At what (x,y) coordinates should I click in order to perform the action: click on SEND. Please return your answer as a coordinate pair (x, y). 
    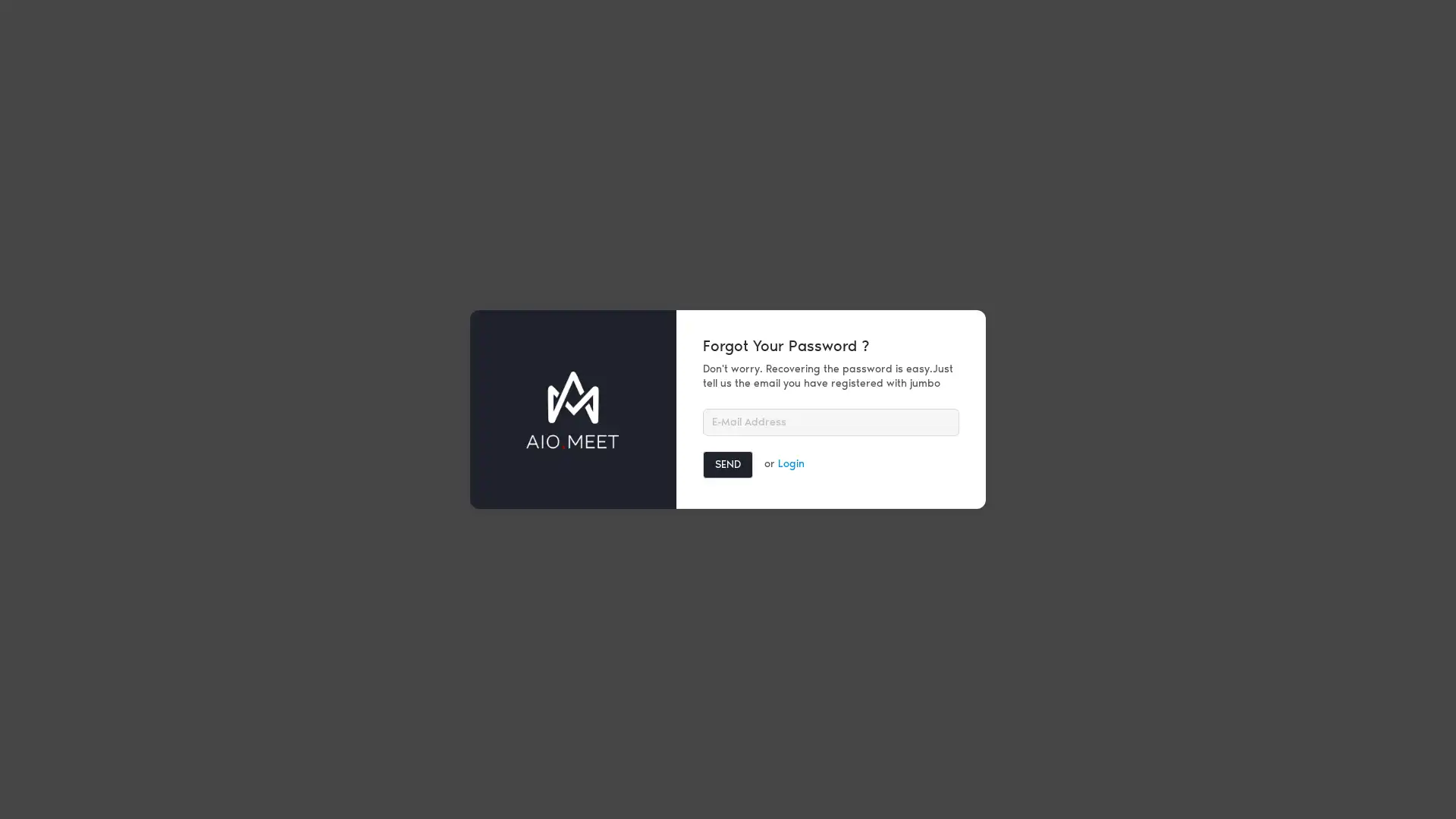
    Looking at the image, I should click on (728, 463).